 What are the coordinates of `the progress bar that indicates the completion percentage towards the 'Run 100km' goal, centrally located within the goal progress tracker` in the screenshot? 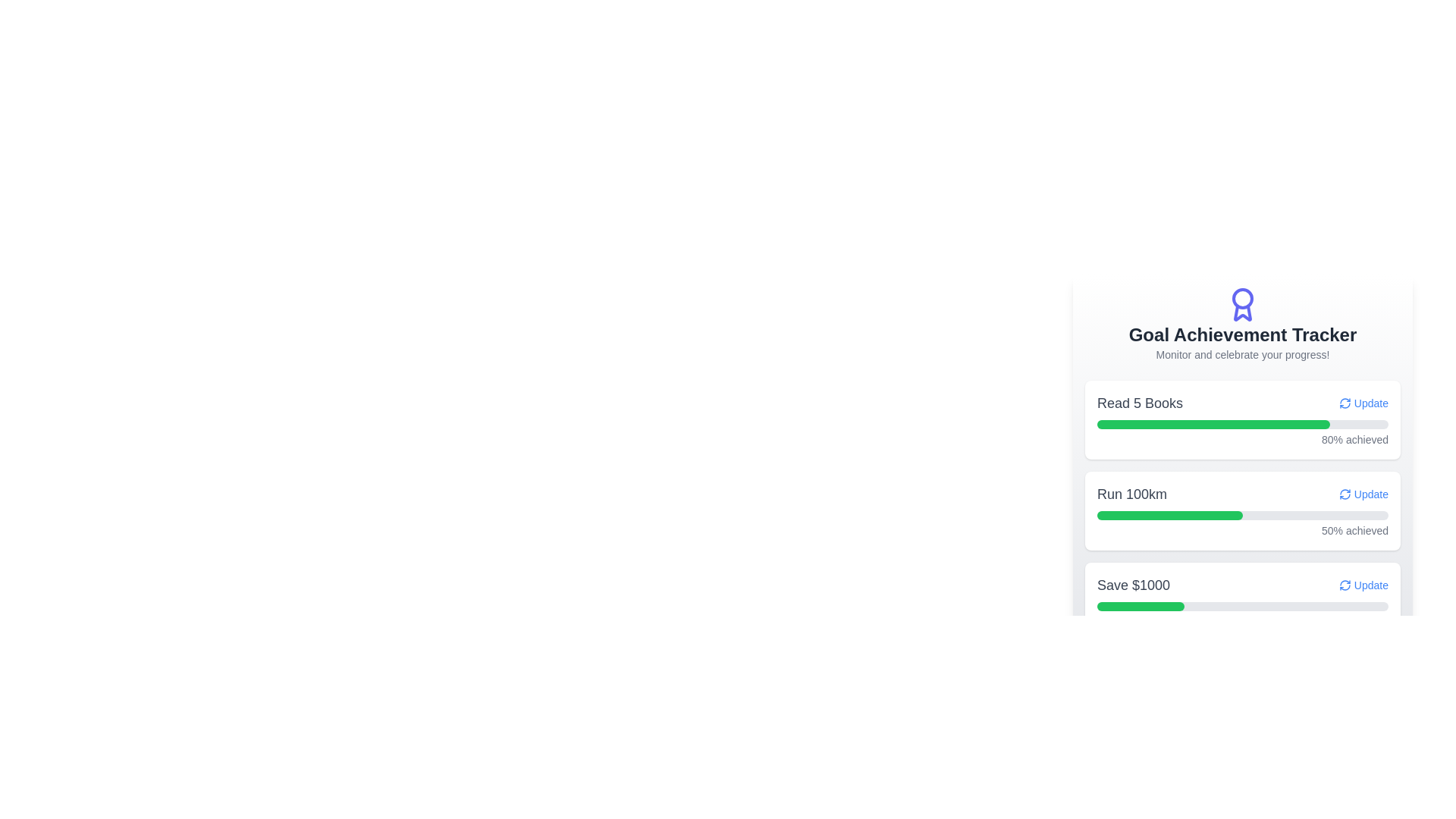 It's located at (1242, 514).